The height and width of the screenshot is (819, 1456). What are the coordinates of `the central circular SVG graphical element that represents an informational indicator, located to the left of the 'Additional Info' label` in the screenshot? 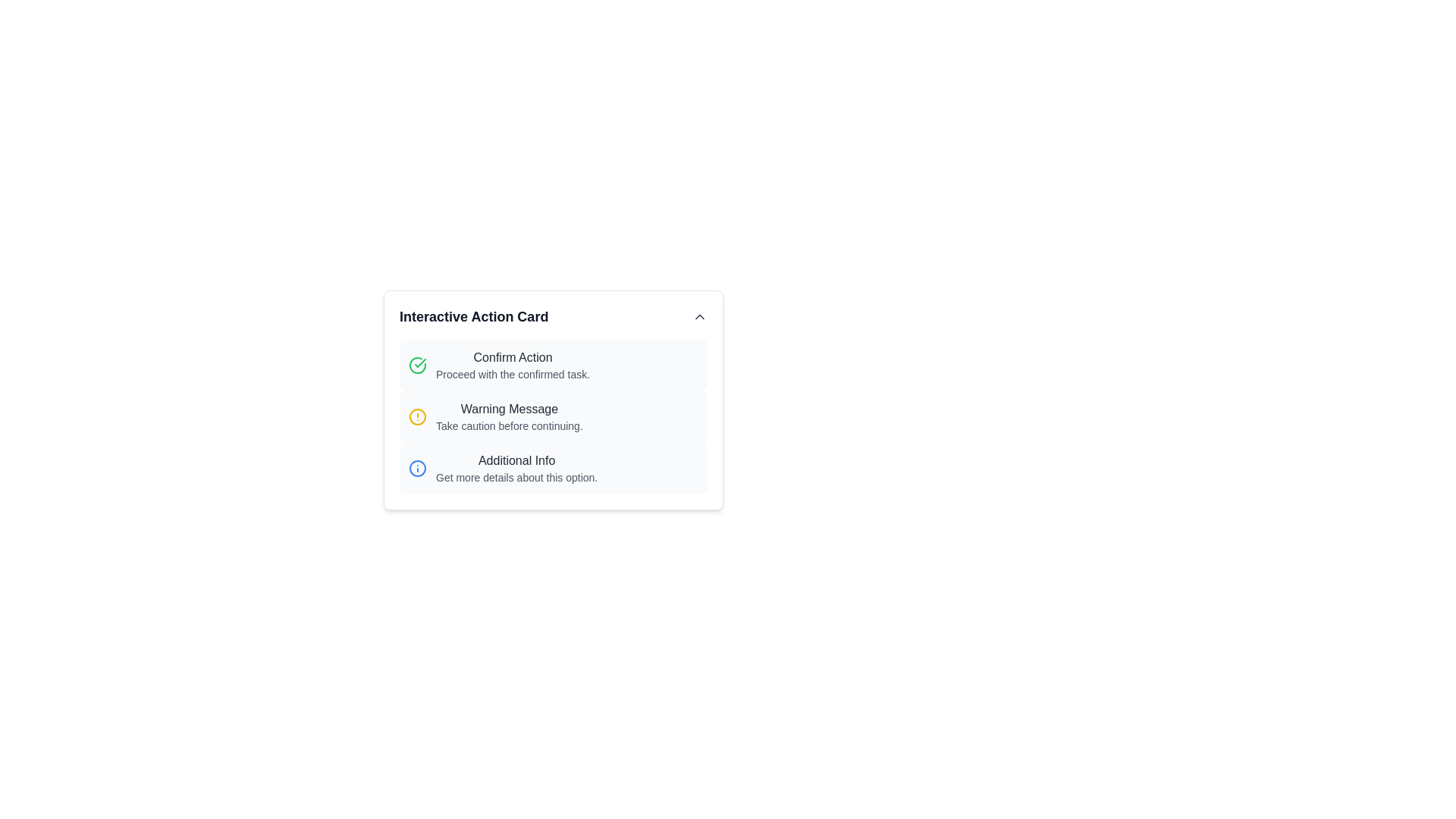 It's located at (418, 467).